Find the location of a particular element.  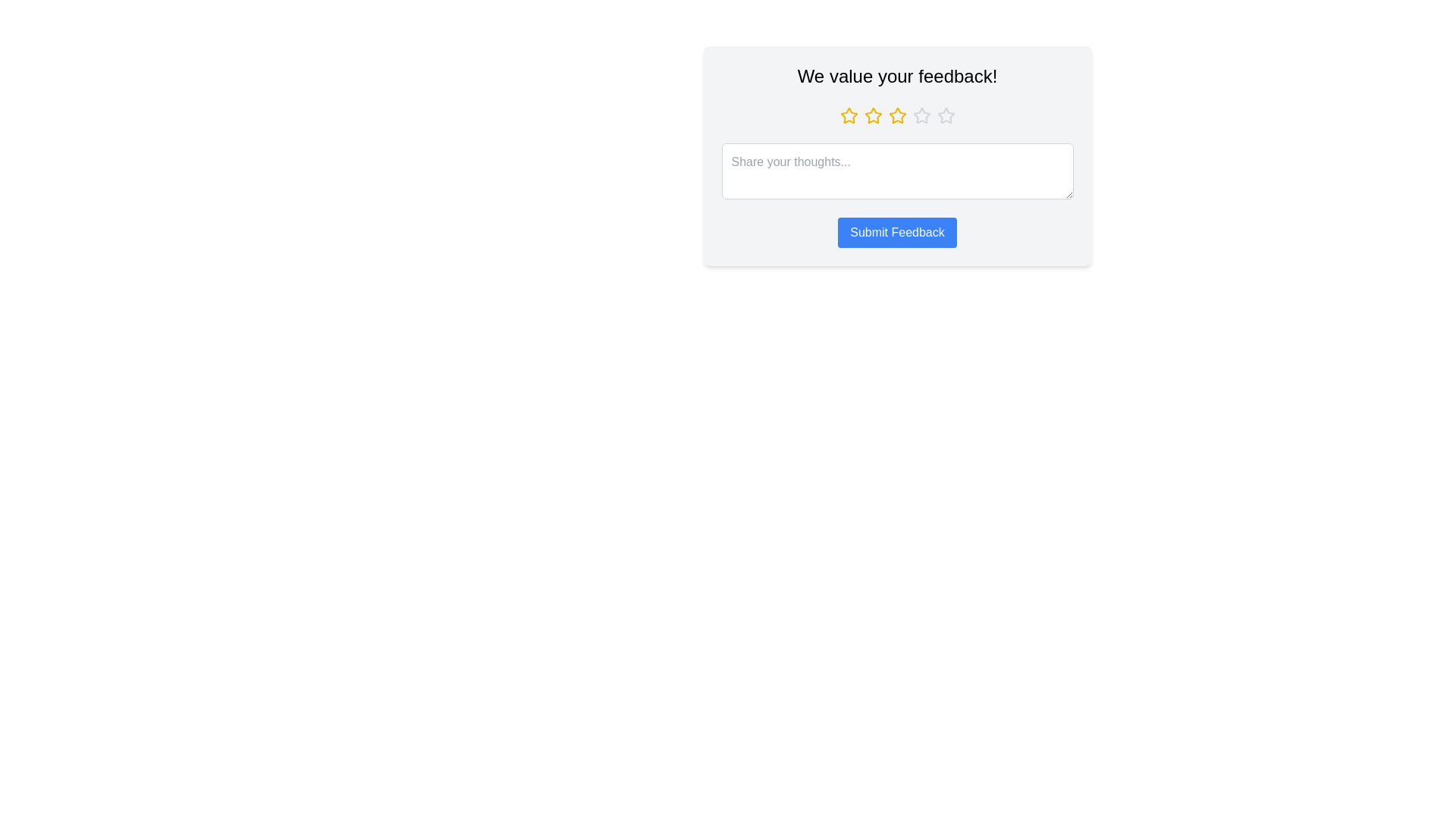

the fourth star icon in the horizontal row is located at coordinates (921, 115).